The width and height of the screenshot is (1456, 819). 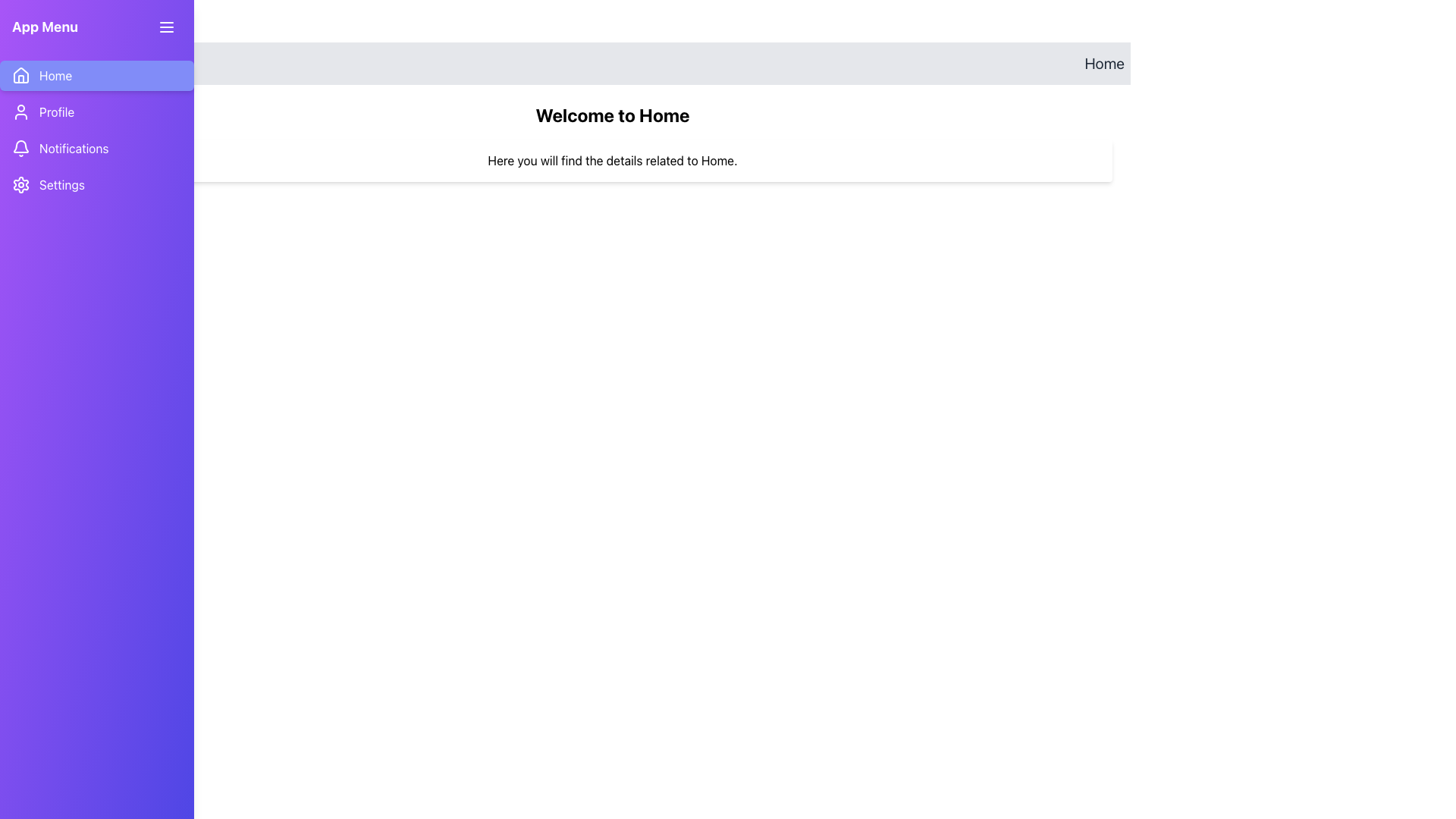 What do you see at coordinates (21, 146) in the screenshot?
I see `the notification bell icon represented as an SVG image component within the sidebar navigation menu, which is styled with white lines on a purple background` at bounding box center [21, 146].